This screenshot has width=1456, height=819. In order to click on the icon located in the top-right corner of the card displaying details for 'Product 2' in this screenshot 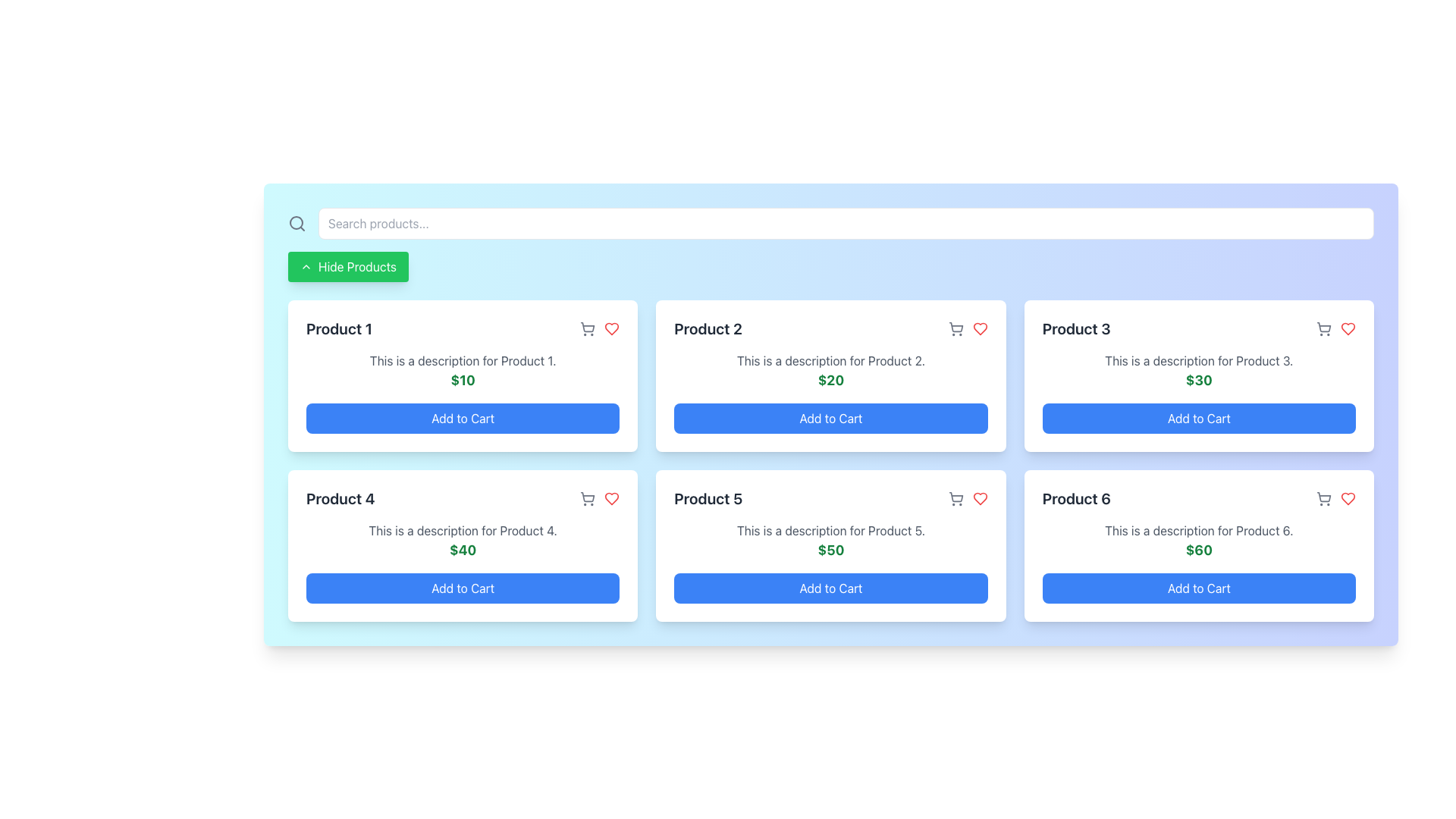, I will do `click(954, 328)`.